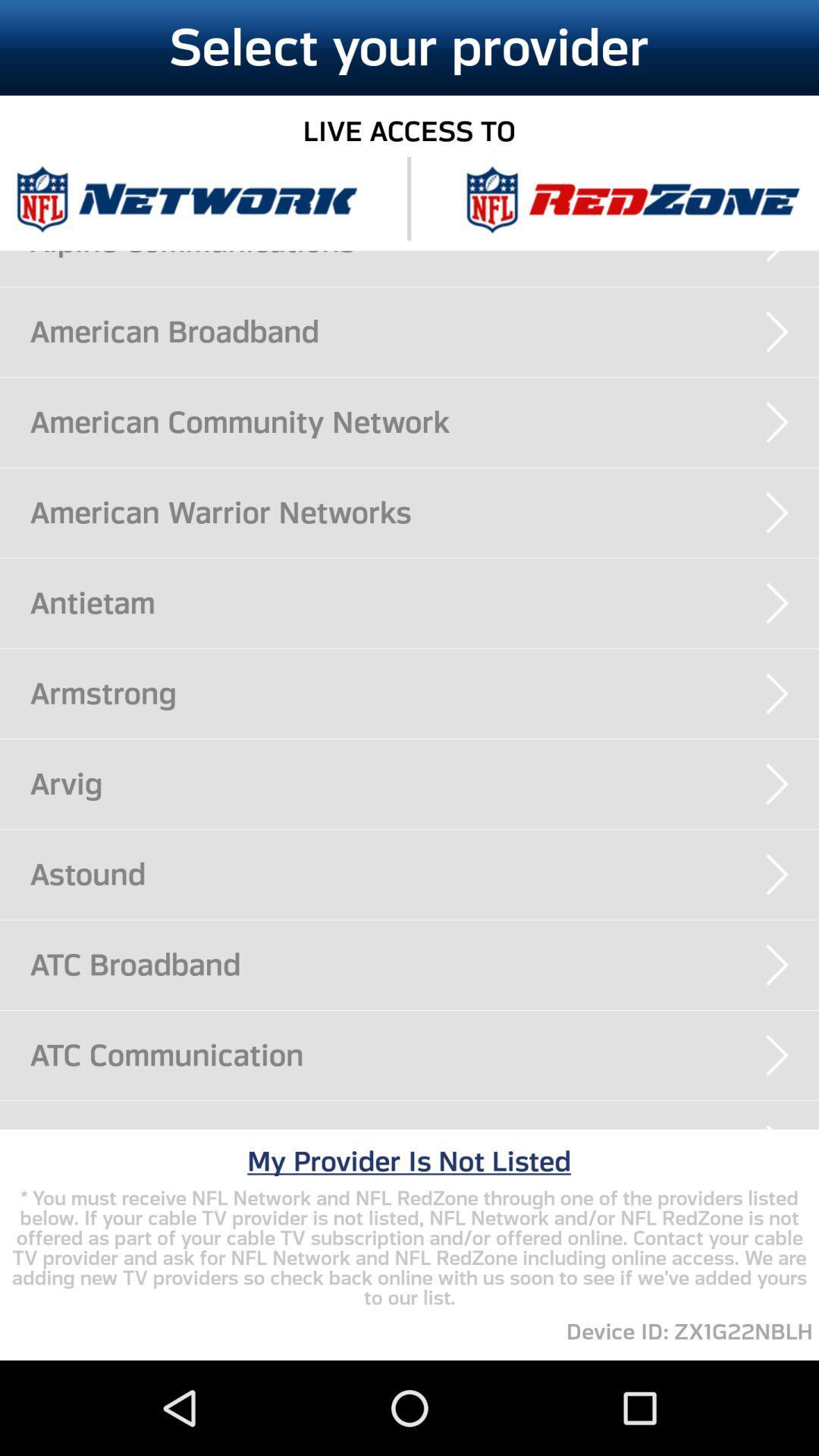 The width and height of the screenshot is (819, 1456). Describe the element at coordinates (777, 513) in the screenshot. I see `the icon right to the american warrior networks` at that location.